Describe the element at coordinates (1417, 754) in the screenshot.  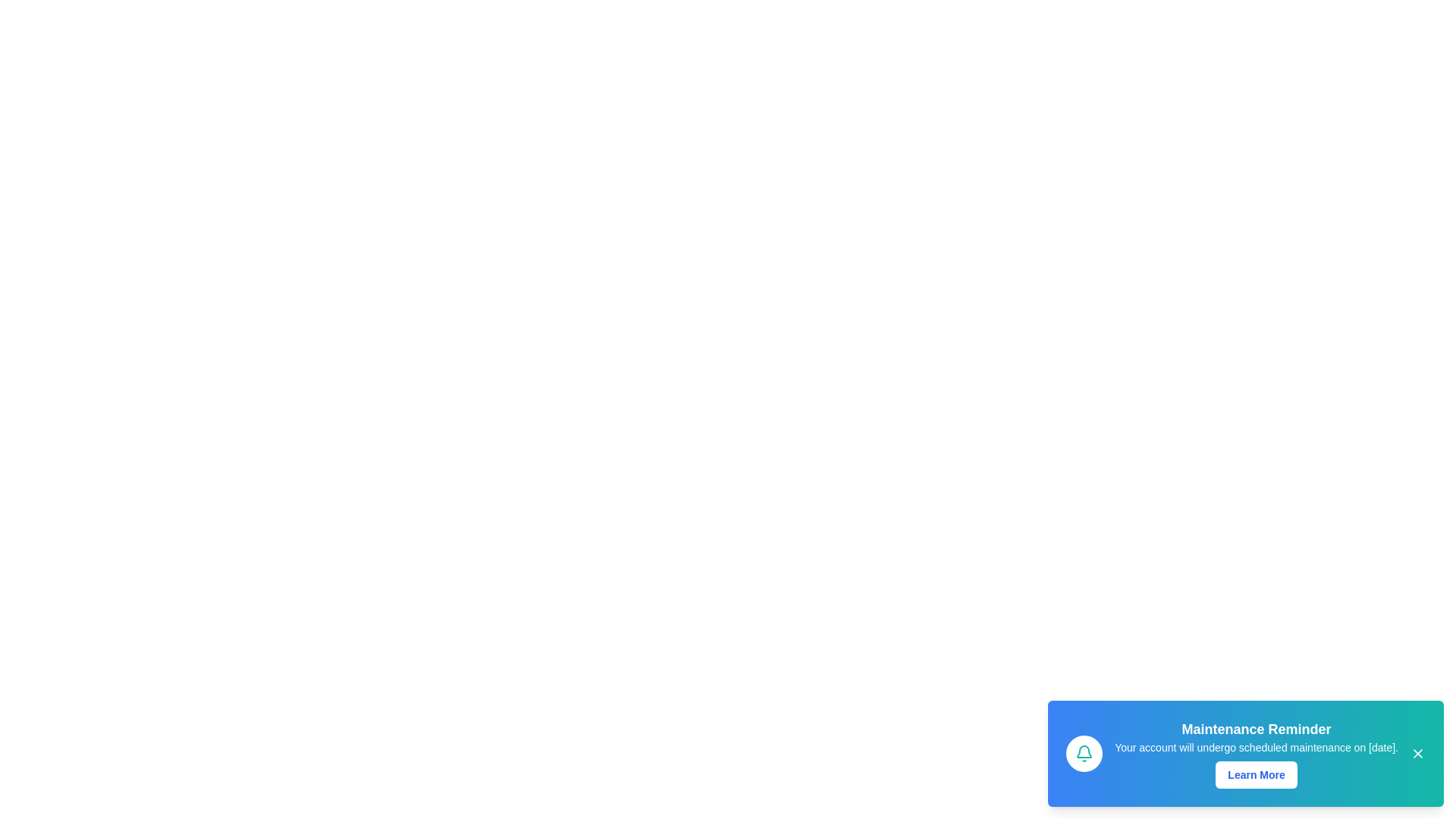
I see `the close button graphical icon located at the bottom right corner of the notification box` at that location.